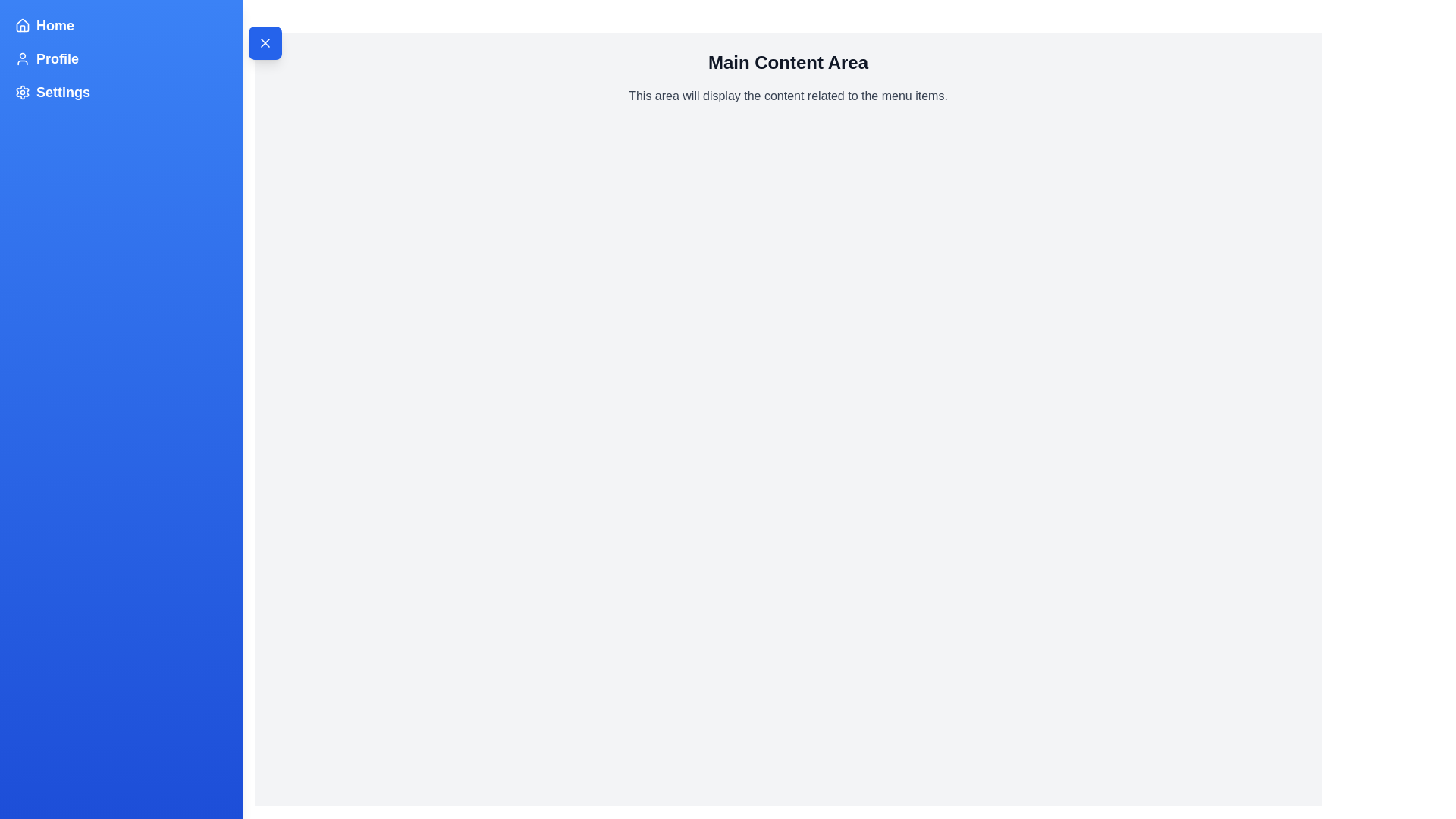  I want to click on the menu item Home in the sidebar, so click(120, 26).